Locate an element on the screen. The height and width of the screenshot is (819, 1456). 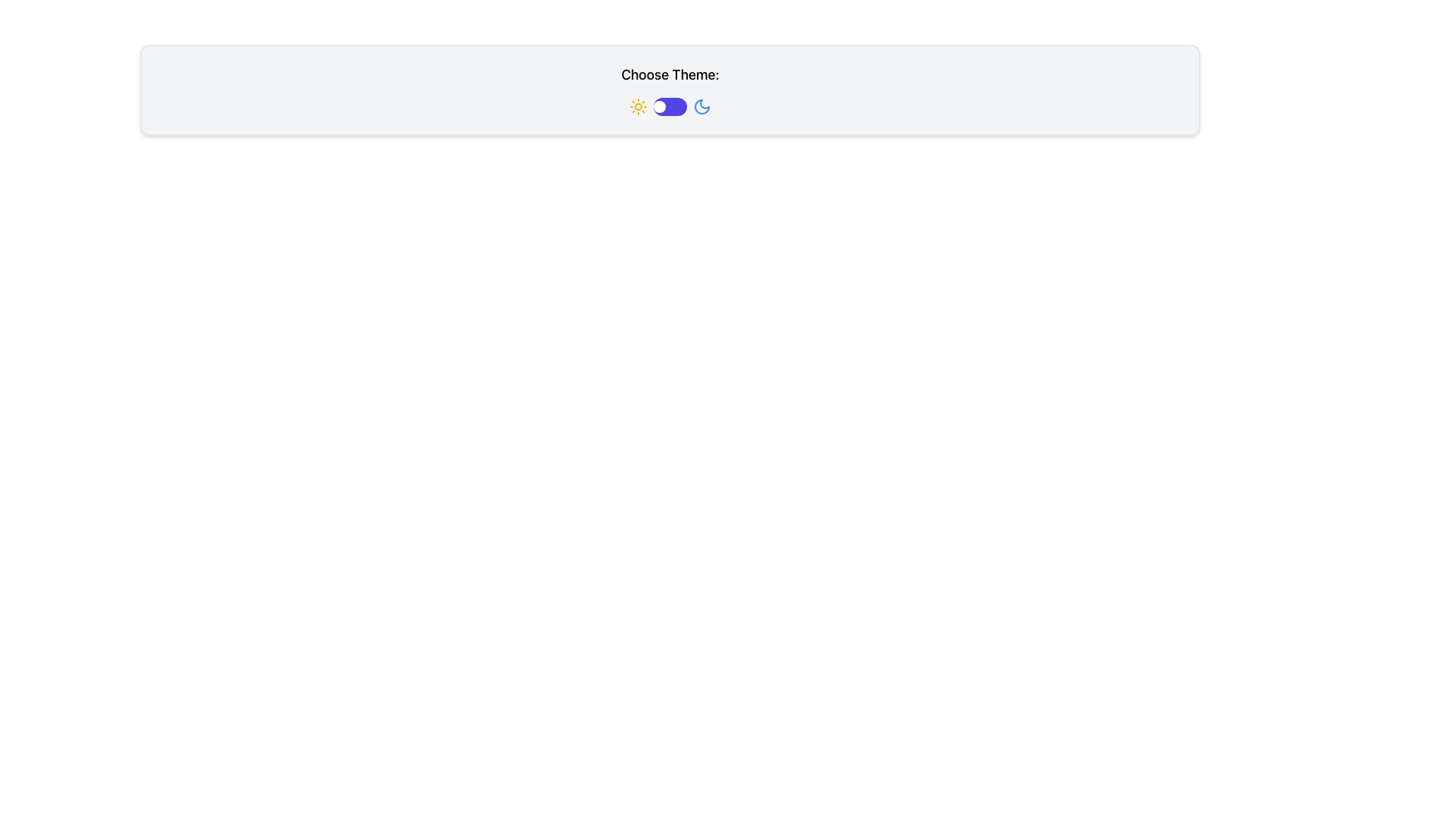
the toggle switch, which is a rounded rectangular shape with a blue background and a circular white knob indicating an 'on' state, to switch its state is located at coordinates (669, 106).